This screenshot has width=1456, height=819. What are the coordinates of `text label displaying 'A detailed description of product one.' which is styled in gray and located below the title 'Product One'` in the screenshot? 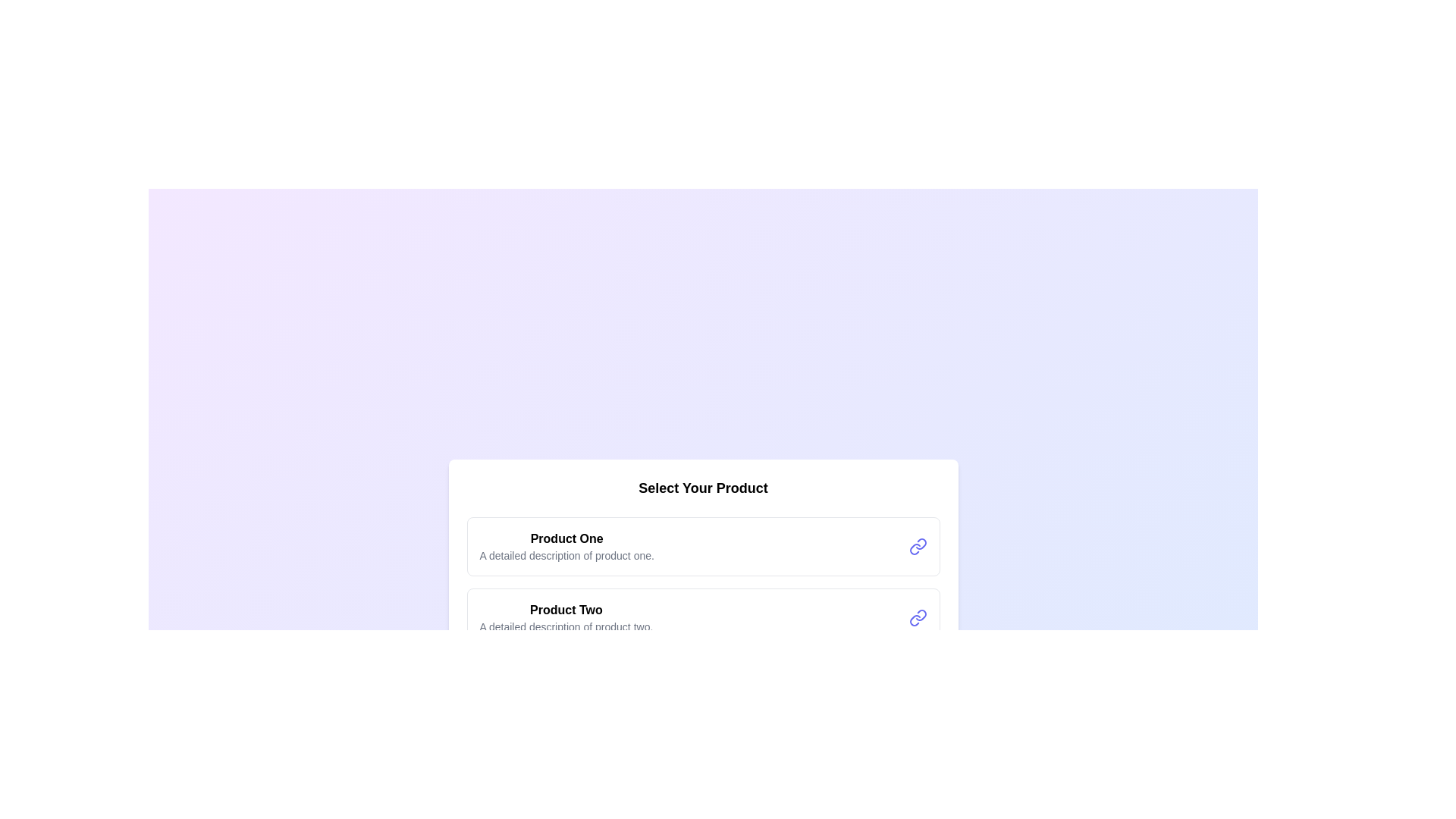 It's located at (566, 555).